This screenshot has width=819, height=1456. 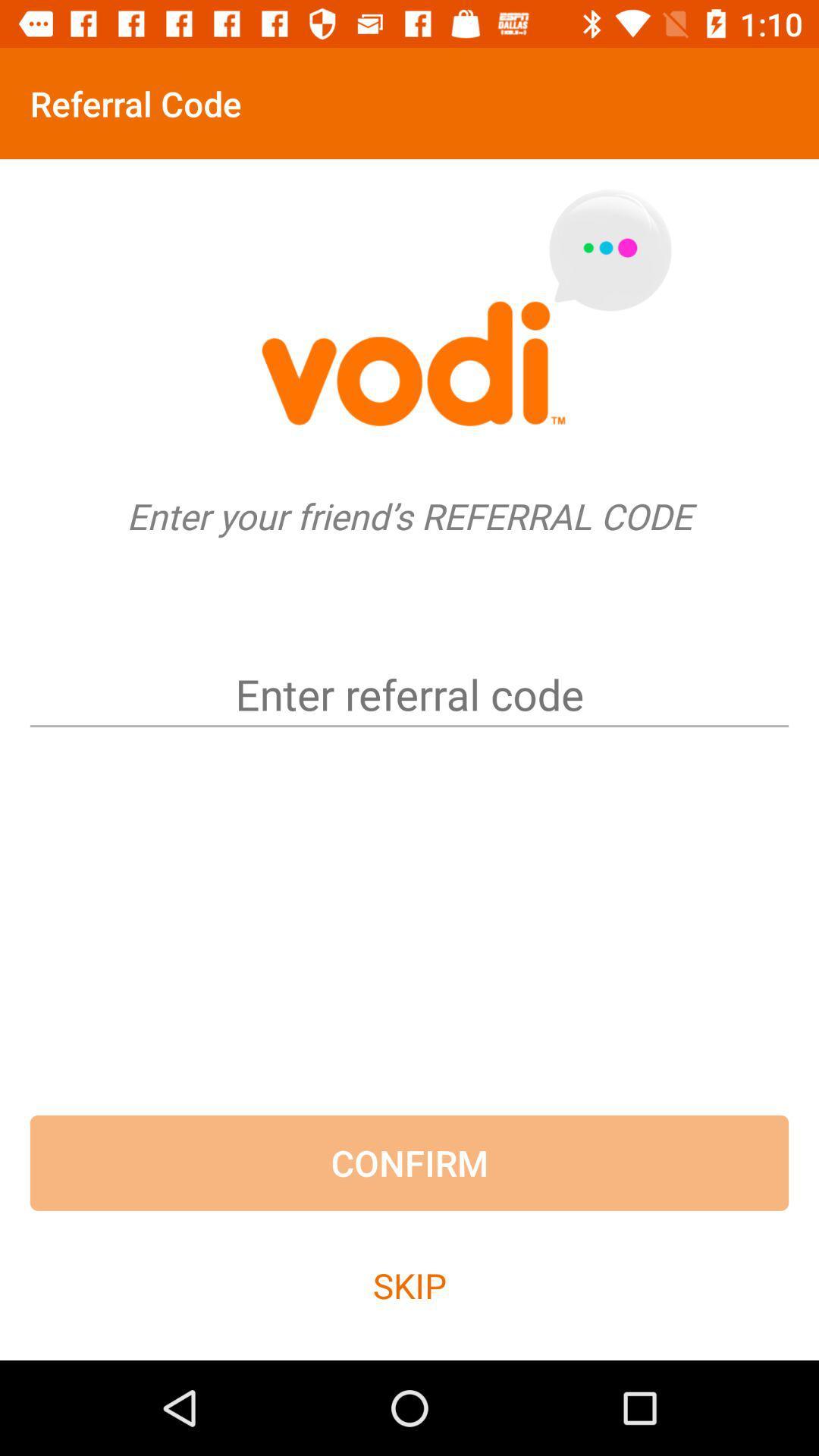 I want to click on icon below the confirm, so click(x=409, y=1285).